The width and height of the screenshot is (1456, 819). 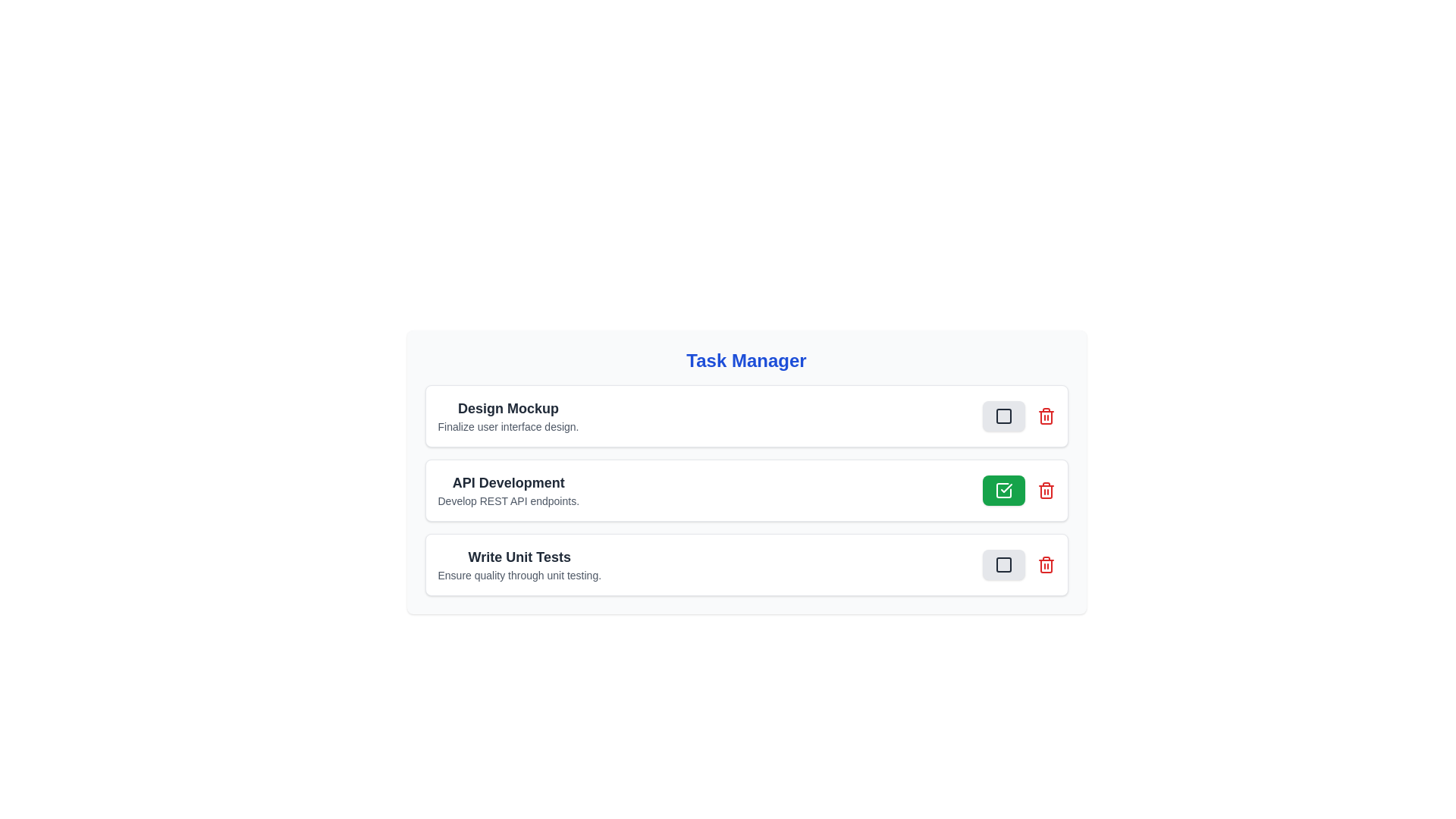 What do you see at coordinates (1003, 564) in the screenshot?
I see `the decorative part of the checkbox-like UI component located at the lower-right corner of the 'Write Unit Tests' task in the 'Task Manager' interface` at bounding box center [1003, 564].